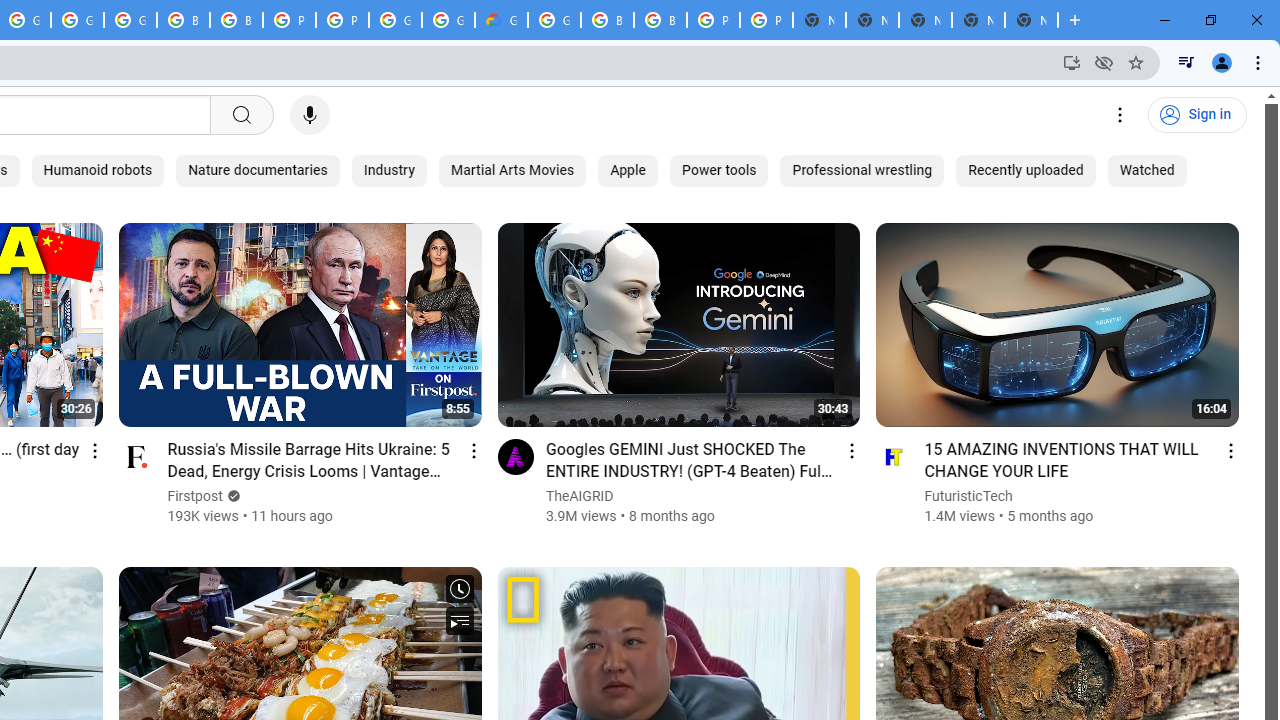 The image size is (1280, 720). I want to click on 'Watched', so click(1146, 170).